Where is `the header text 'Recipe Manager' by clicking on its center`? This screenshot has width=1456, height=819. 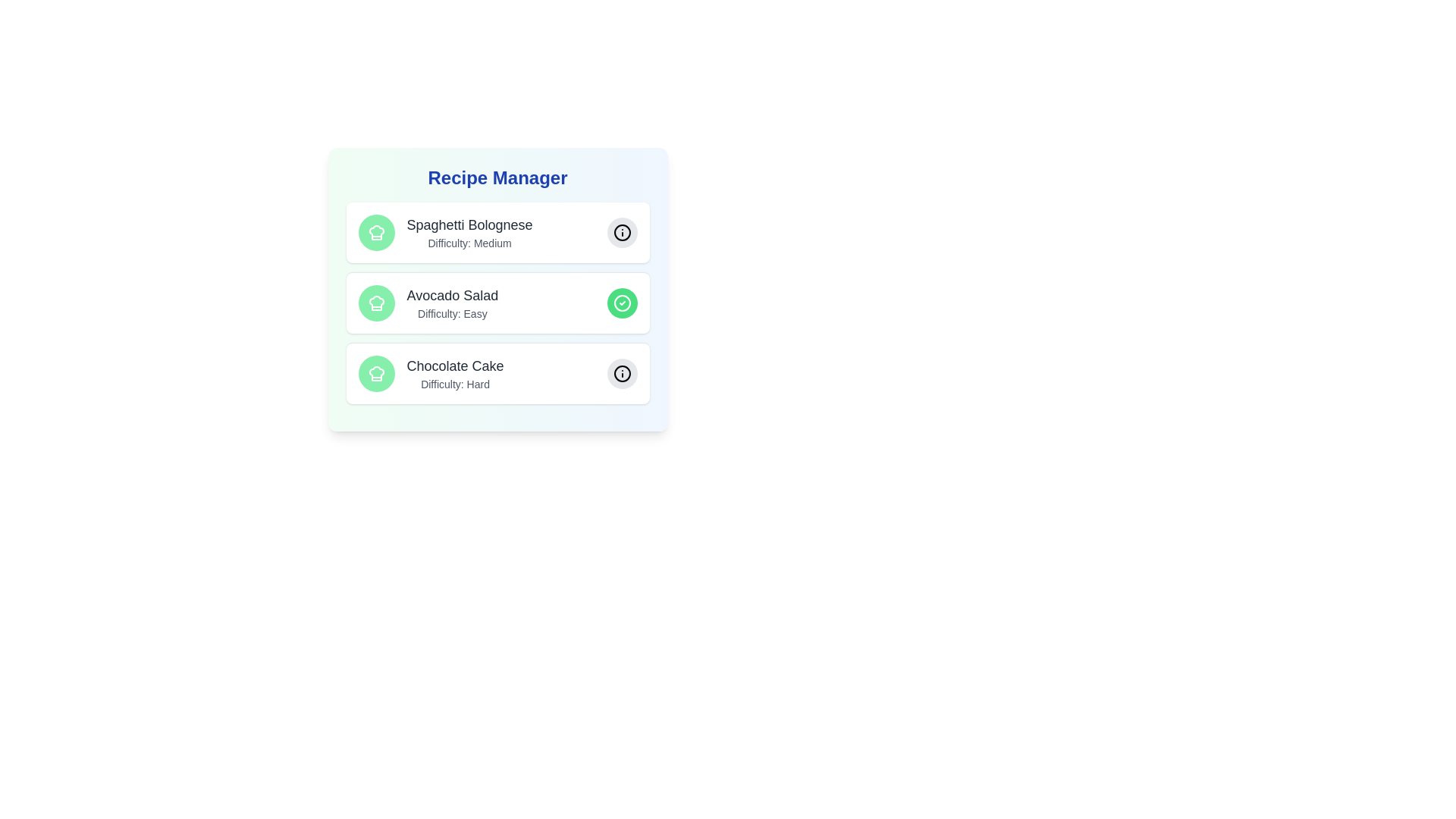
the header text 'Recipe Manager' by clicking on its center is located at coordinates (497, 177).